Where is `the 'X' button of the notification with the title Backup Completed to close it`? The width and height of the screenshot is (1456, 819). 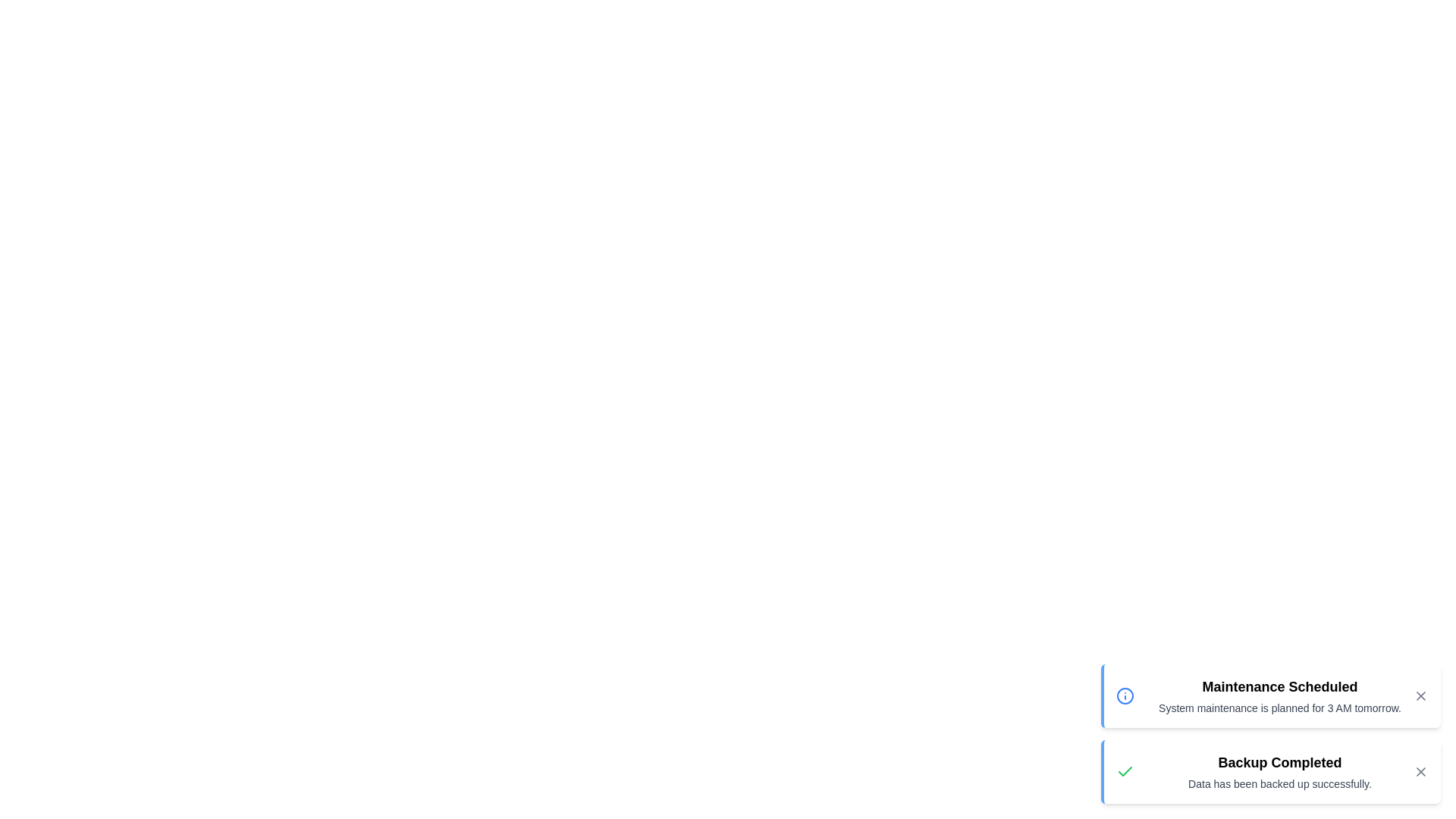 the 'X' button of the notification with the title Backup Completed to close it is located at coordinates (1420, 772).